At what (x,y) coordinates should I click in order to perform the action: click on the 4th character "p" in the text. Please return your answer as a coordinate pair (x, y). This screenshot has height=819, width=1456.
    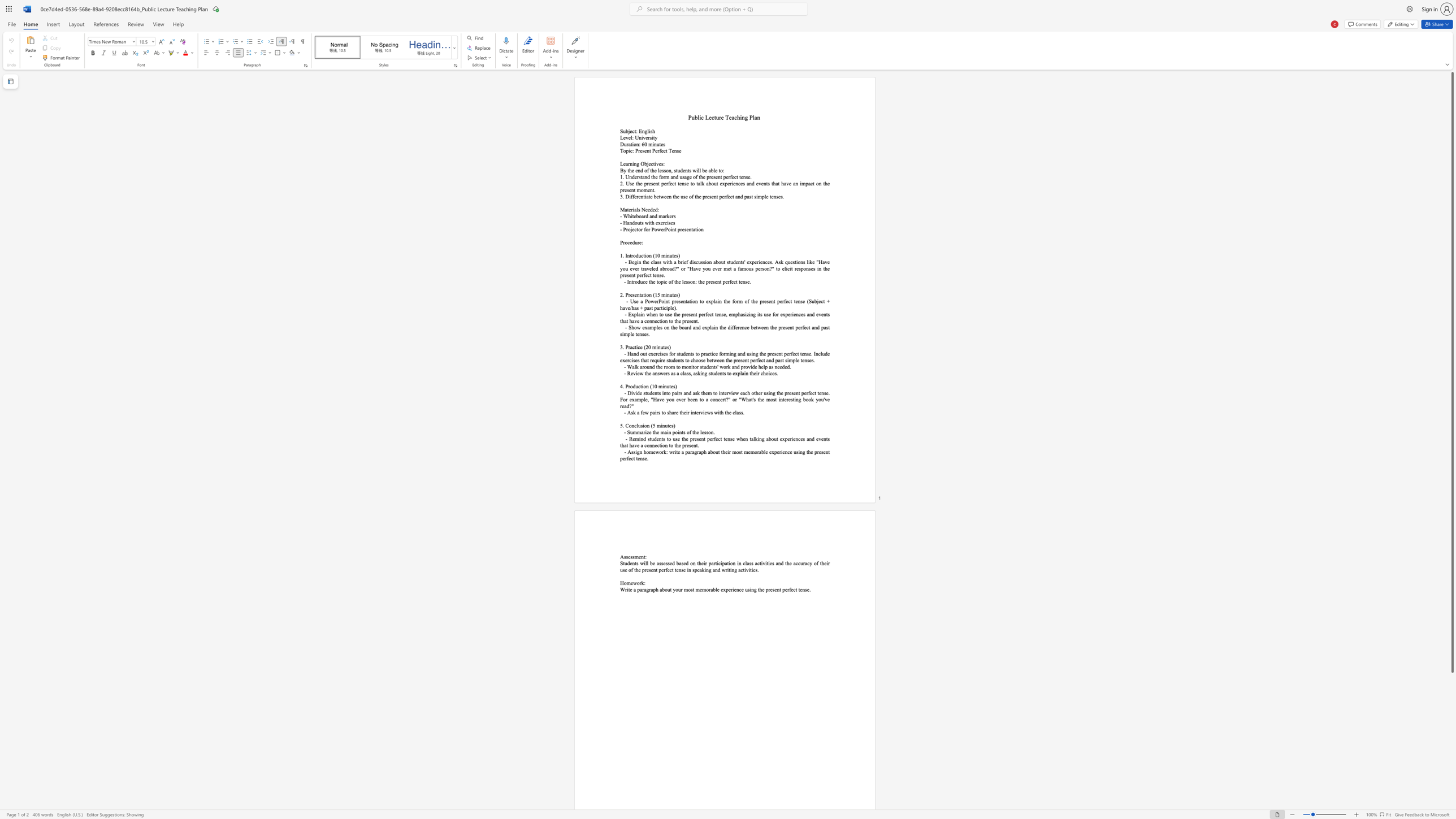
    Looking at the image, I should click on (766, 589).